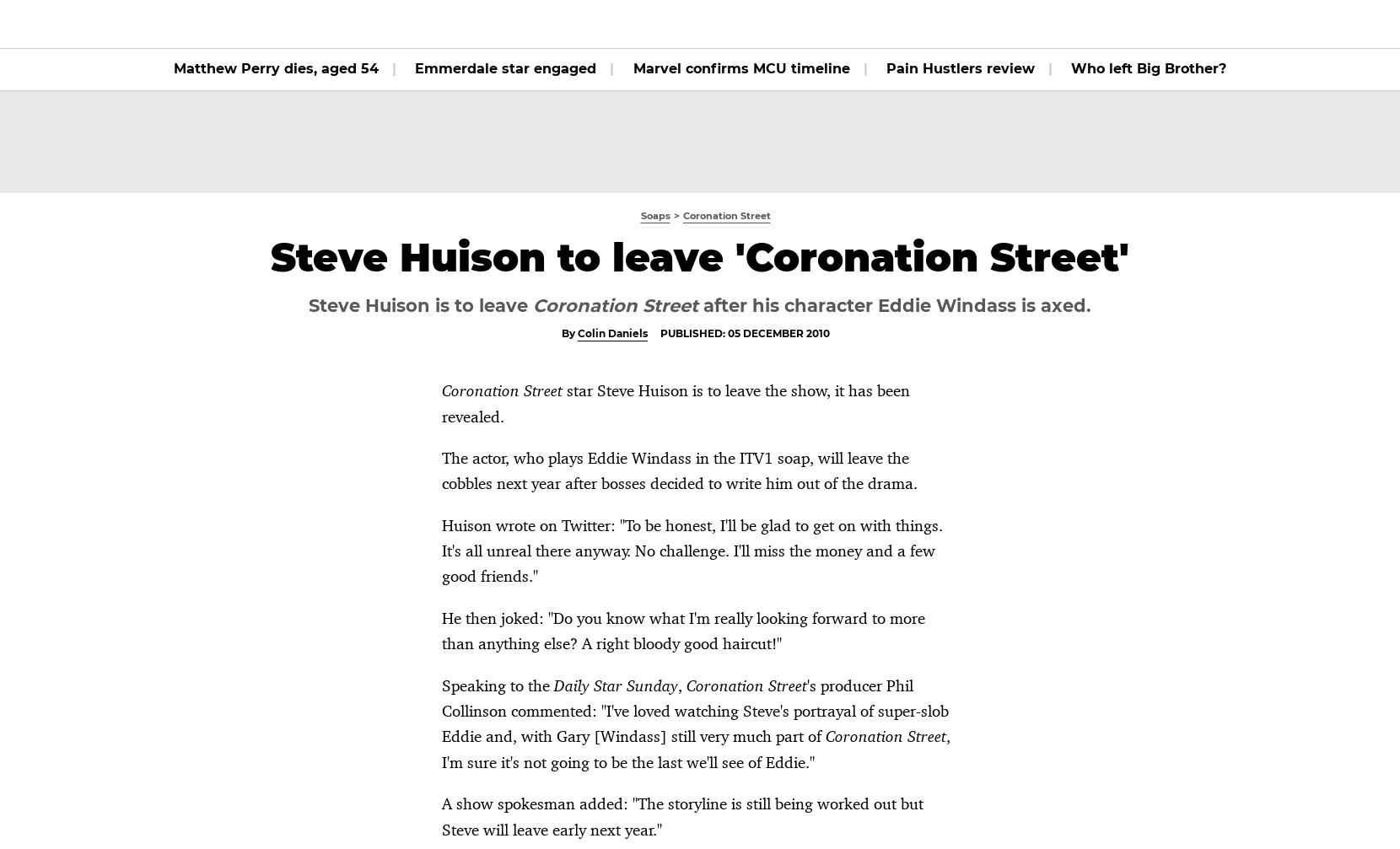  Describe the element at coordinates (482, 24) in the screenshot. I see `'Soaps'` at that location.